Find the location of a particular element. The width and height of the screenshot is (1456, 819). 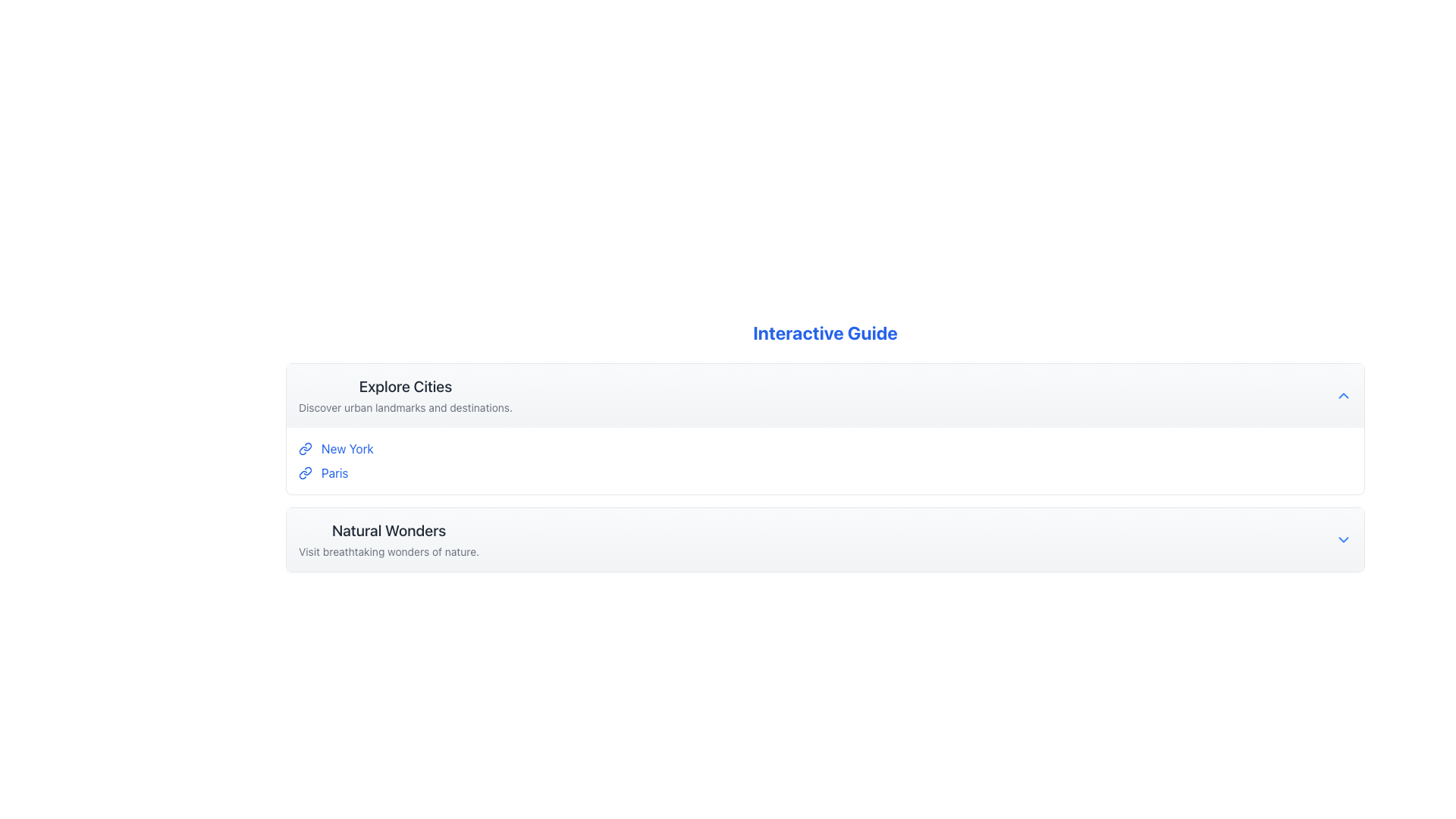

the 'Explore Cities' text label which is prominently displayed in a large, weighty style at the top of the section with dark gray color on a light gray background is located at coordinates (406, 385).